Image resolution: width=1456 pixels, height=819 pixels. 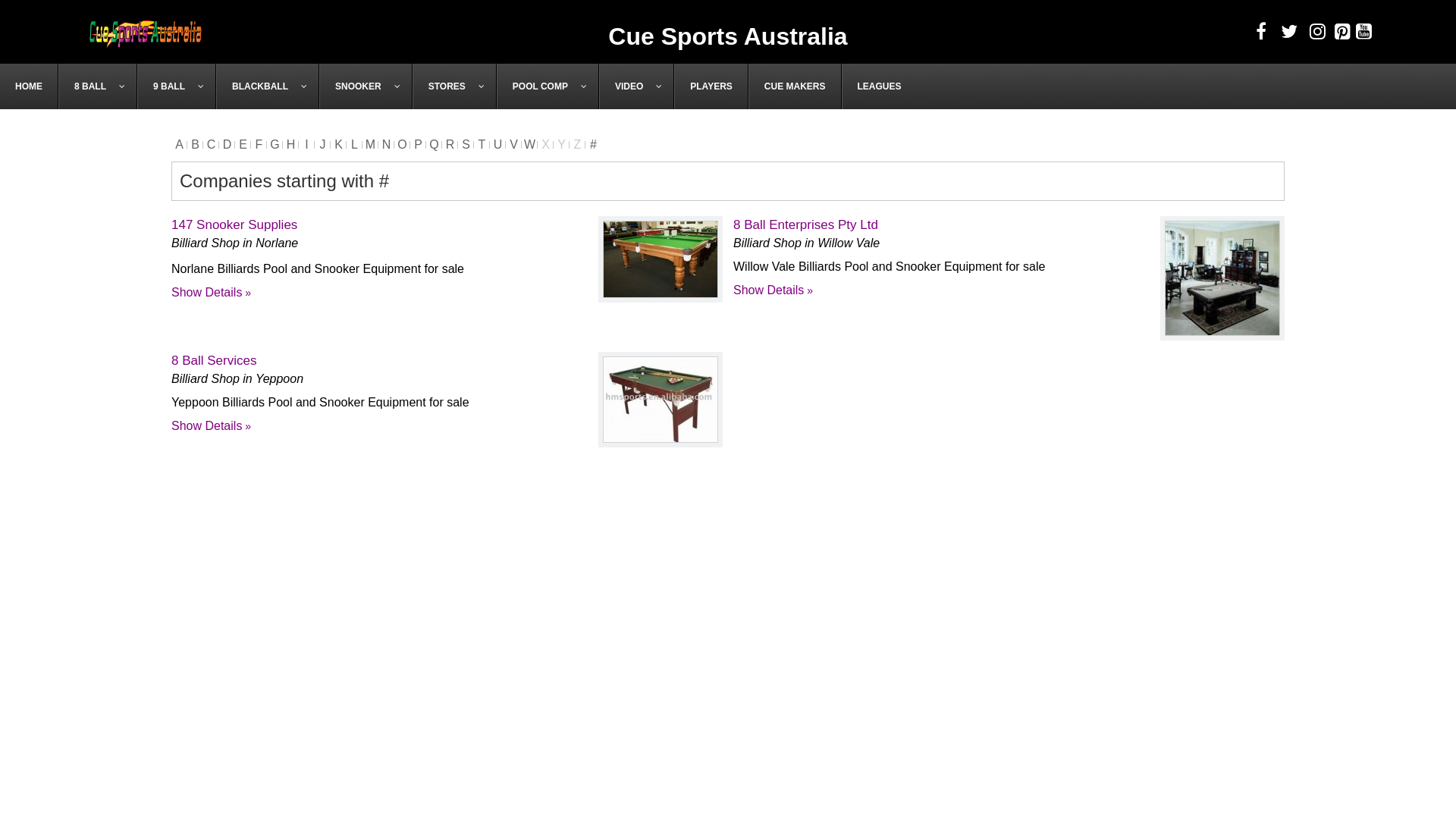 I want to click on 'H', so click(x=283, y=144).